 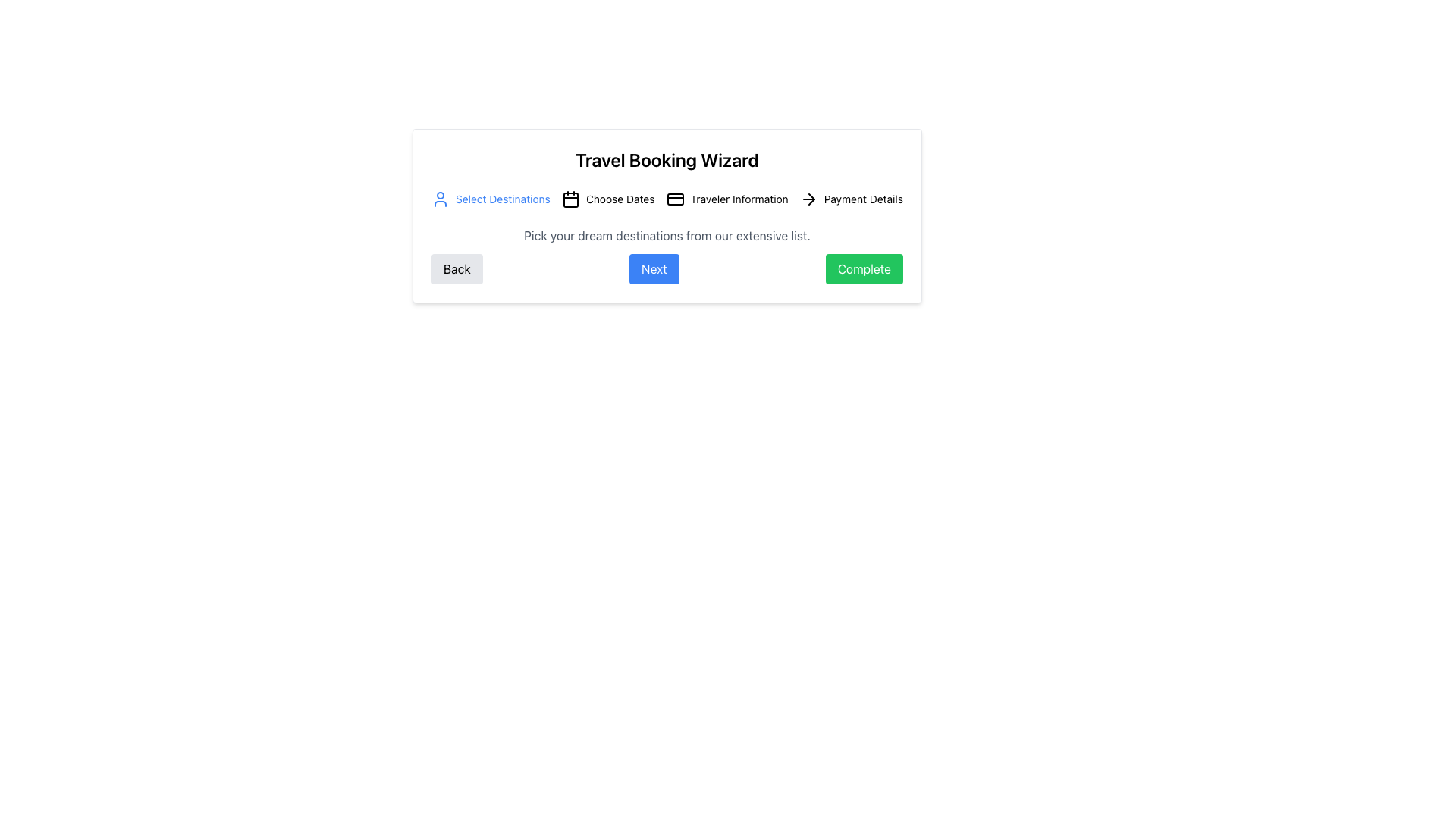 I want to click on the 'Payment Details' label which is the fourth item in the 'Travel Booking Wizard' interface, located in the top-right area and includes an arrow icon to the left of the text, so click(x=852, y=198).